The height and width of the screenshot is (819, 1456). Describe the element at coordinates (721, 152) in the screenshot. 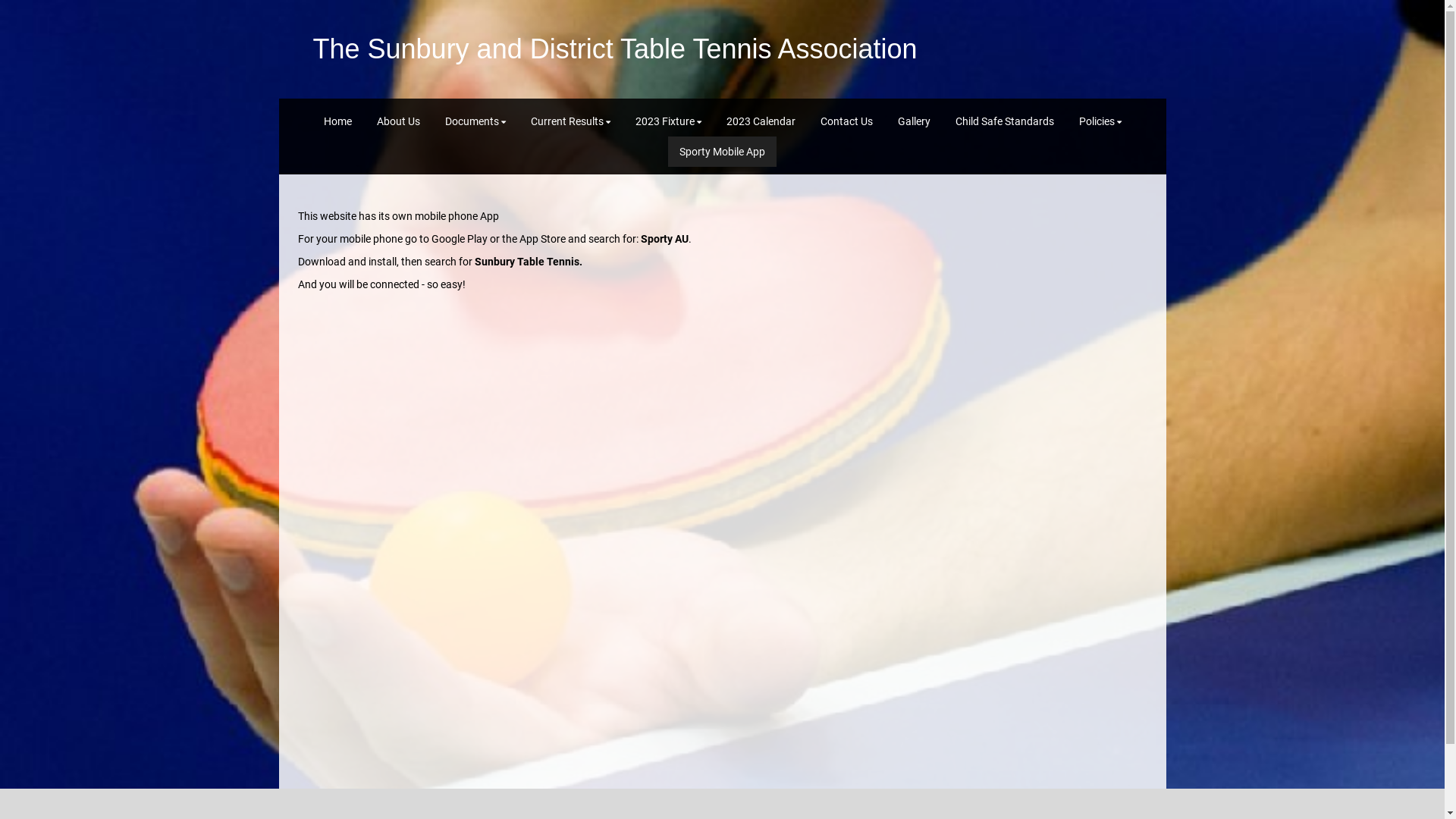

I see `'Sporty Mobile App'` at that location.